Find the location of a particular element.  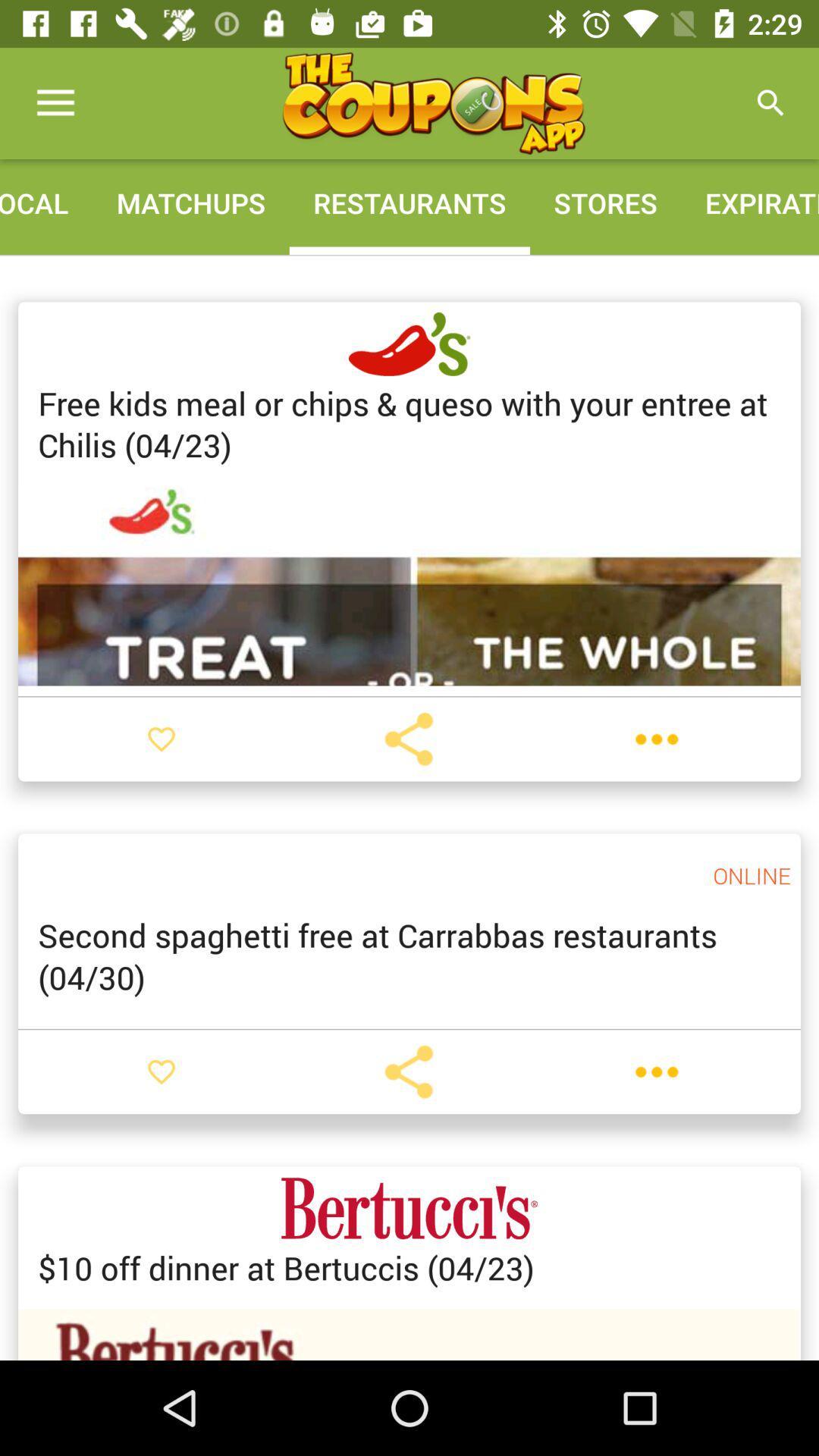

the item next to the stores icon is located at coordinates (771, 102).